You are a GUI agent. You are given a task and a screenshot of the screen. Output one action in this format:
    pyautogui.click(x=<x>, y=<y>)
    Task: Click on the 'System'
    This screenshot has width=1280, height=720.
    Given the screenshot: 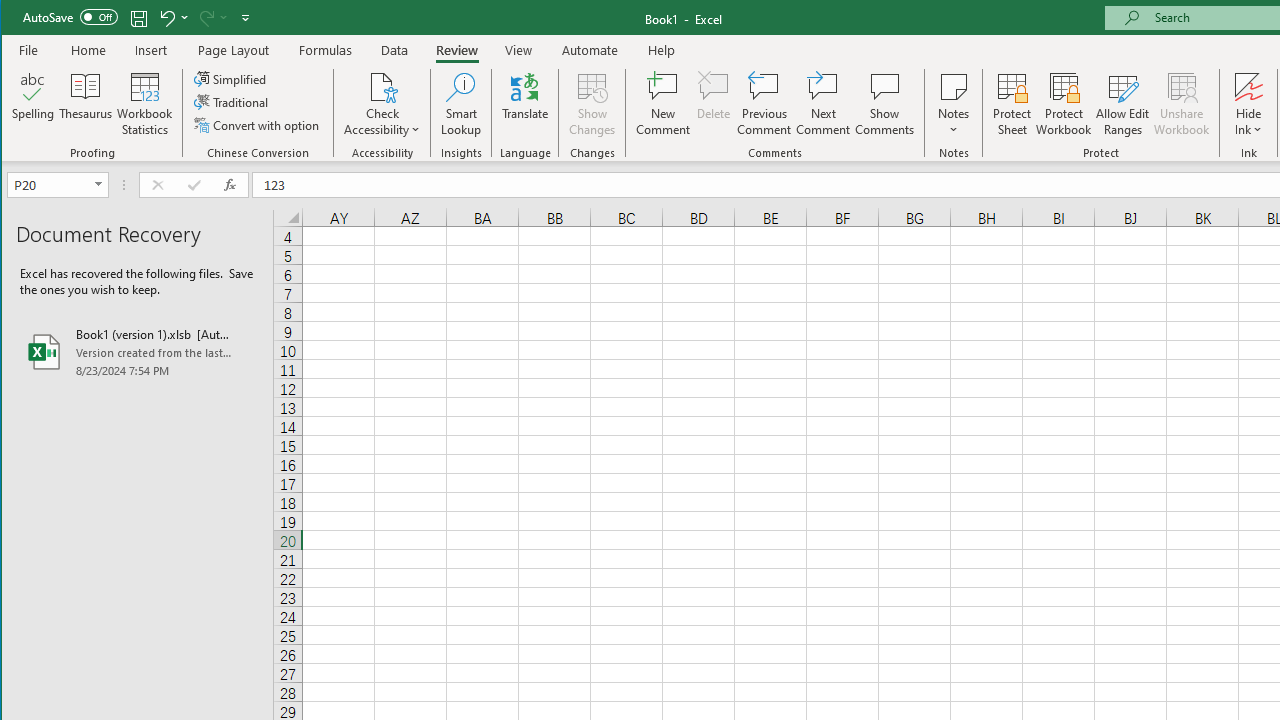 What is the action you would take?
    pyautogui.click(x=19, y=19)
    